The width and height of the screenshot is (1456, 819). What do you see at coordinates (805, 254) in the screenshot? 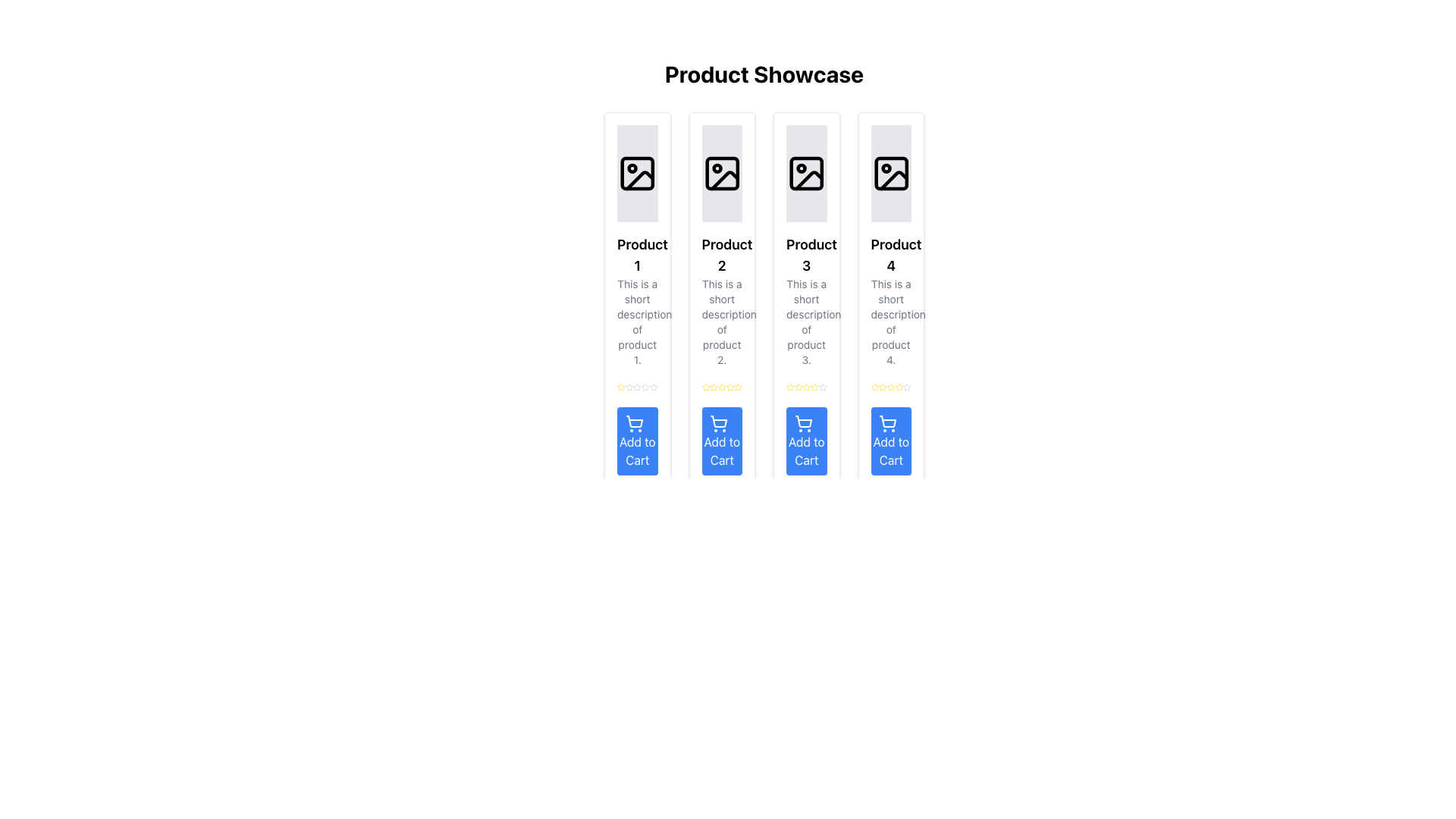
I see `the product title label in the third card of the horizontal product list` at bounding box center [805, 254].